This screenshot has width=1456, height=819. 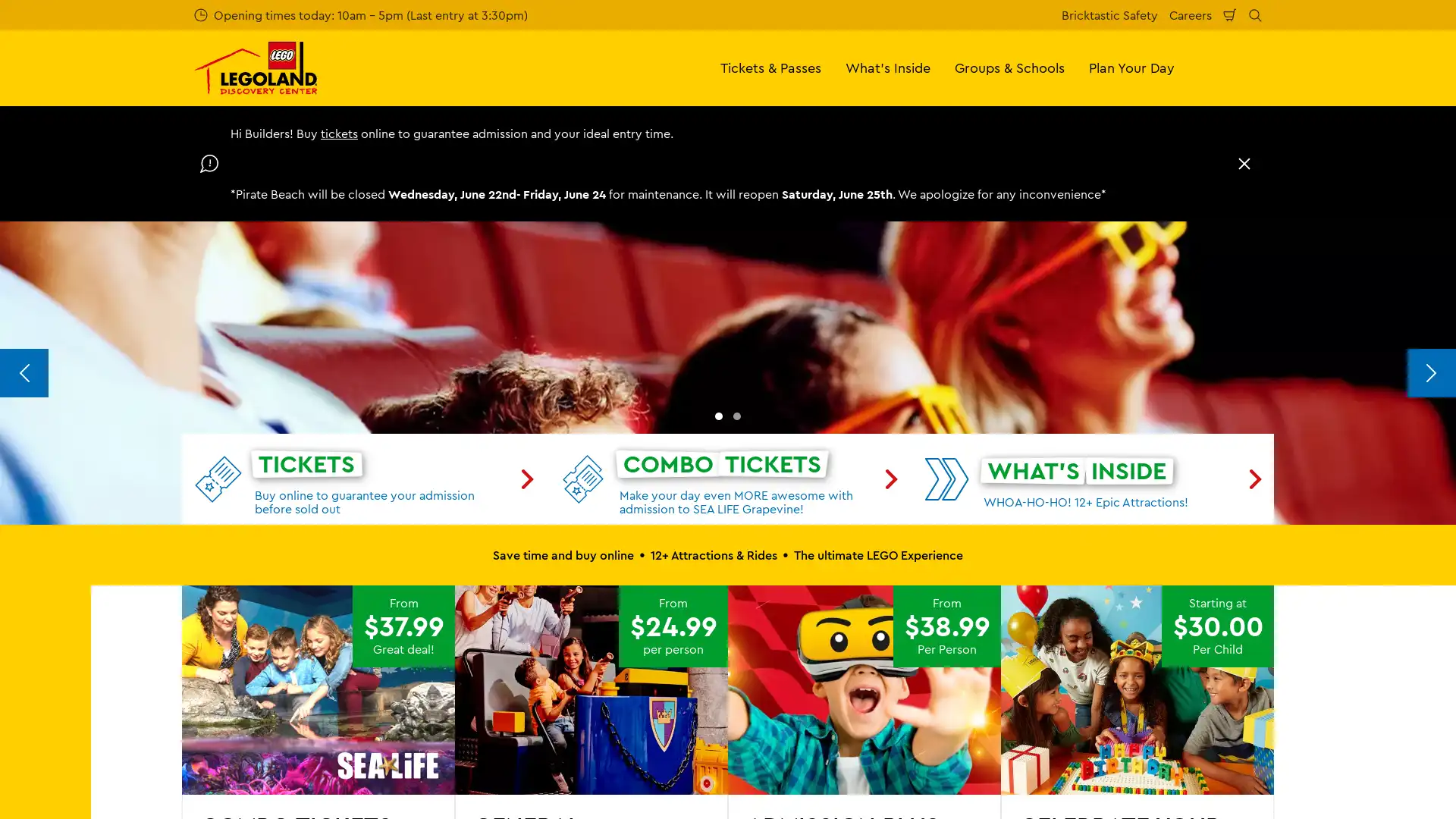 I want to click on Go to slide 1, so click(x=718, y=702).